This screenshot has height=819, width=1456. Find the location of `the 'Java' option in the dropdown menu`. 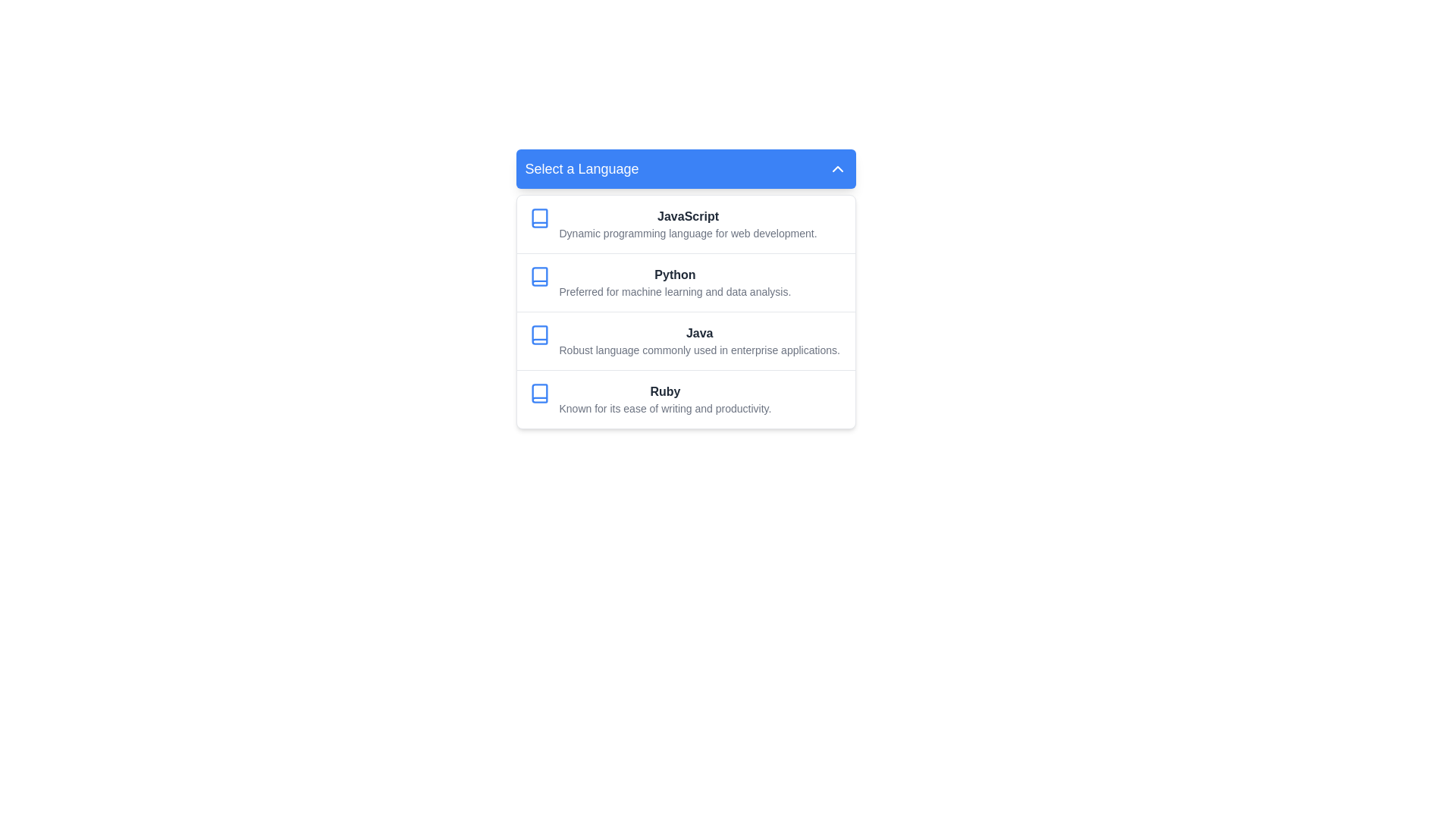

the 'Java' option in the dropdown menu is located at coordinates (698, 332).